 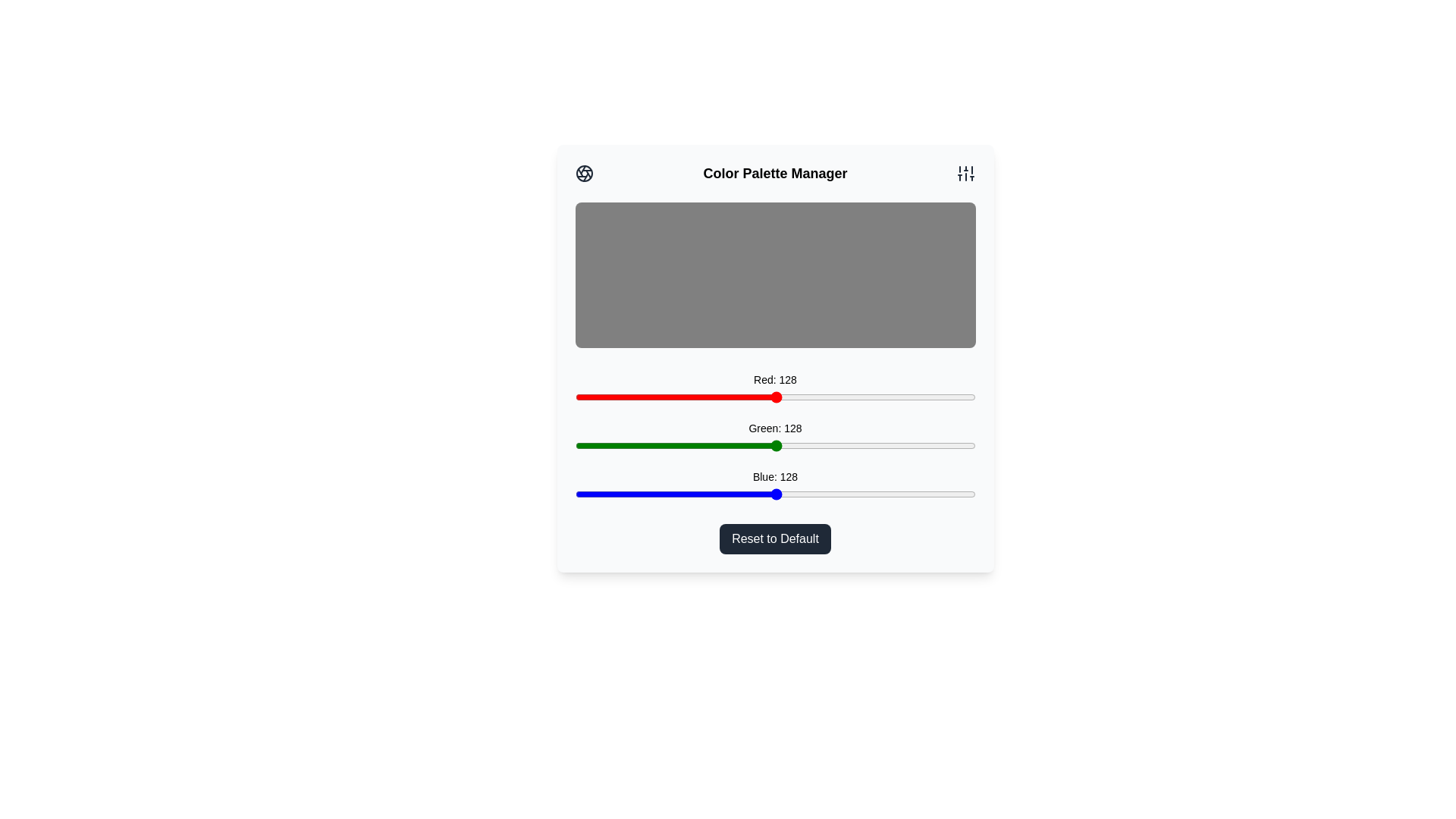 I want to click on the 'Reset to Default' button to reset all colors to their default values, so click(x=775, y=538).